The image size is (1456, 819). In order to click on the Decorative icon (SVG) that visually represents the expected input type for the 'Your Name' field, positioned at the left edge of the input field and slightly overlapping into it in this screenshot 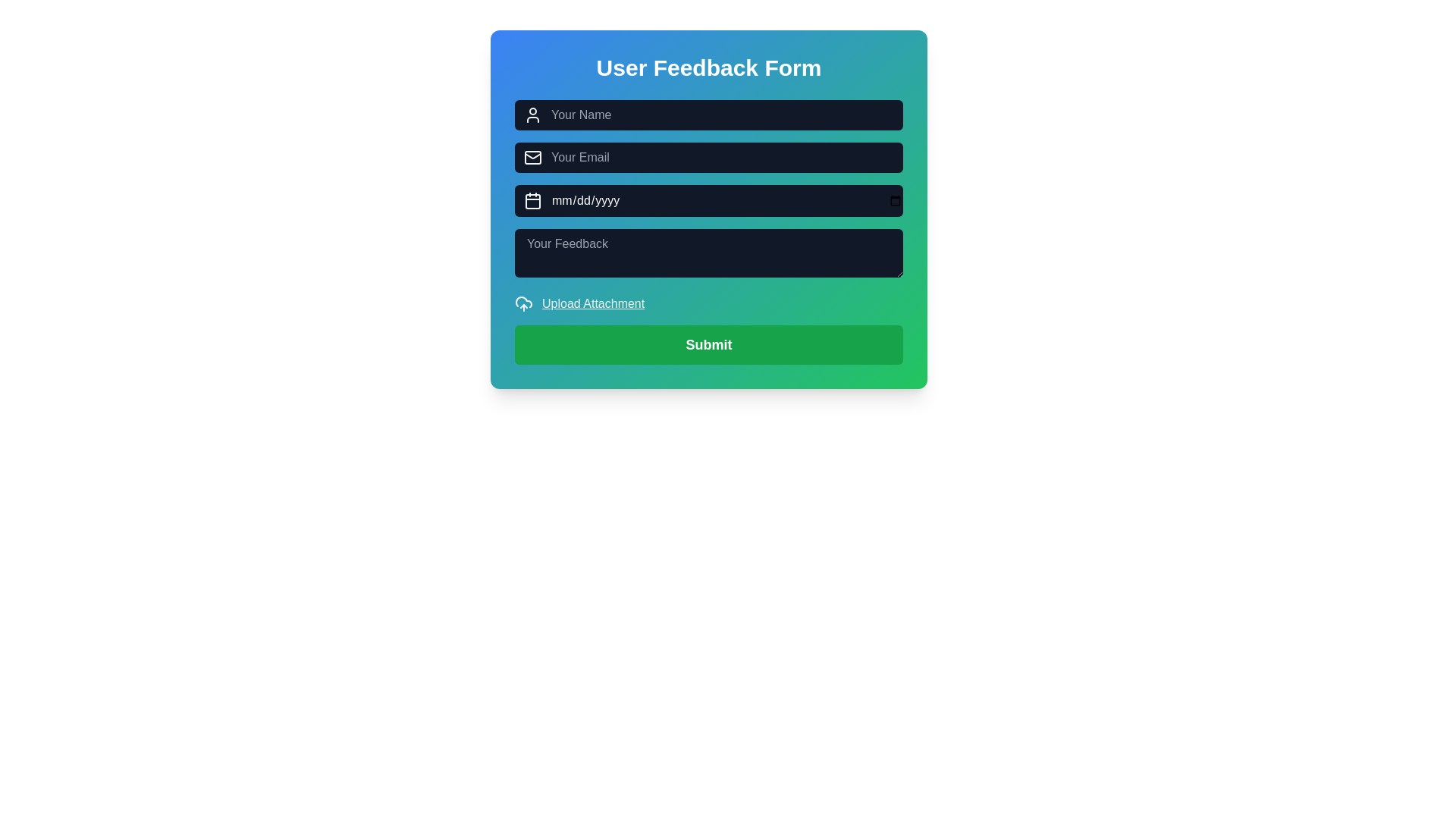, I will do `click(532, 114)`.